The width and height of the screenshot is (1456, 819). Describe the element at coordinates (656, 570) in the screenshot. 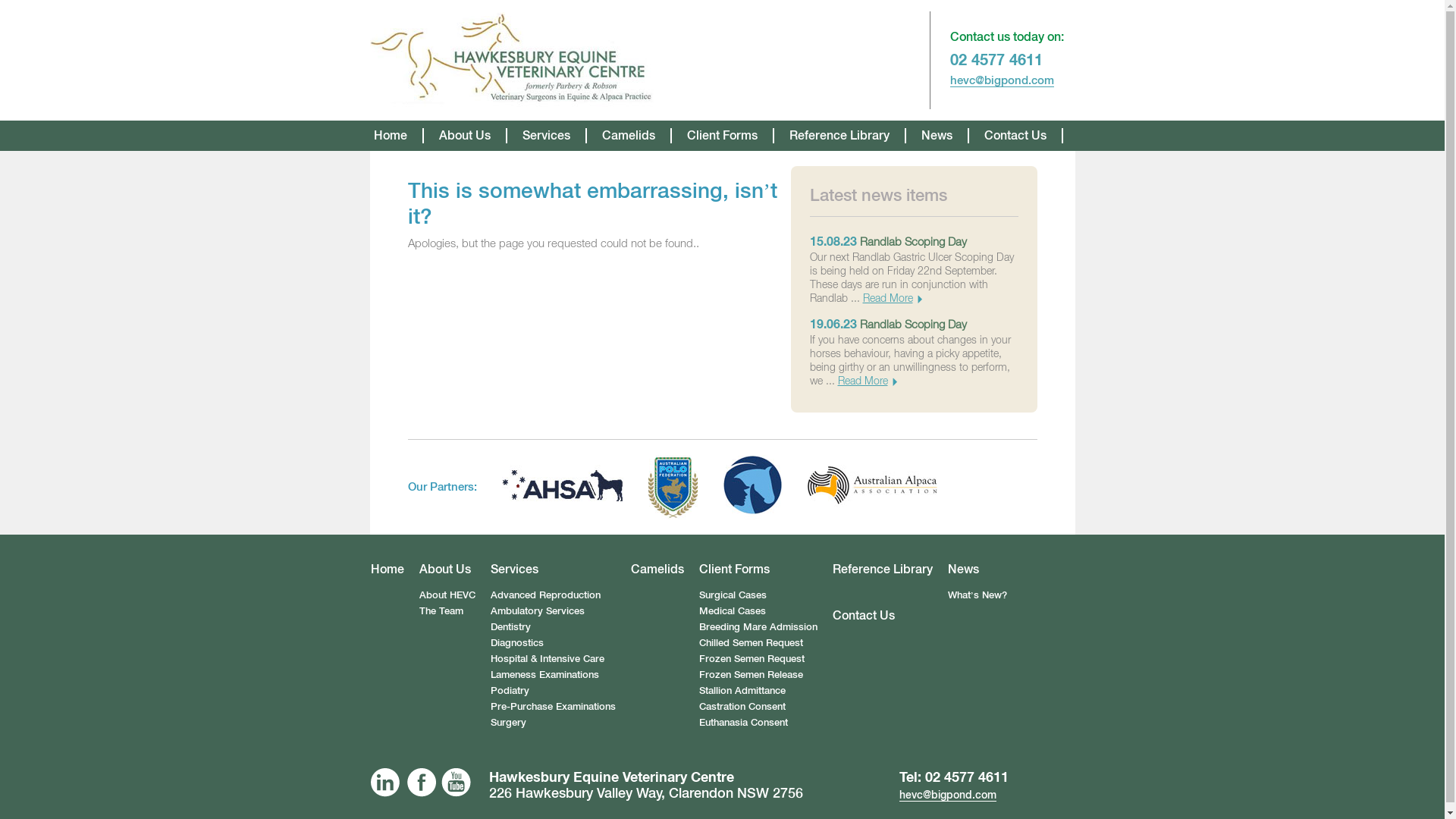

I see `'Camelids'` at that location.